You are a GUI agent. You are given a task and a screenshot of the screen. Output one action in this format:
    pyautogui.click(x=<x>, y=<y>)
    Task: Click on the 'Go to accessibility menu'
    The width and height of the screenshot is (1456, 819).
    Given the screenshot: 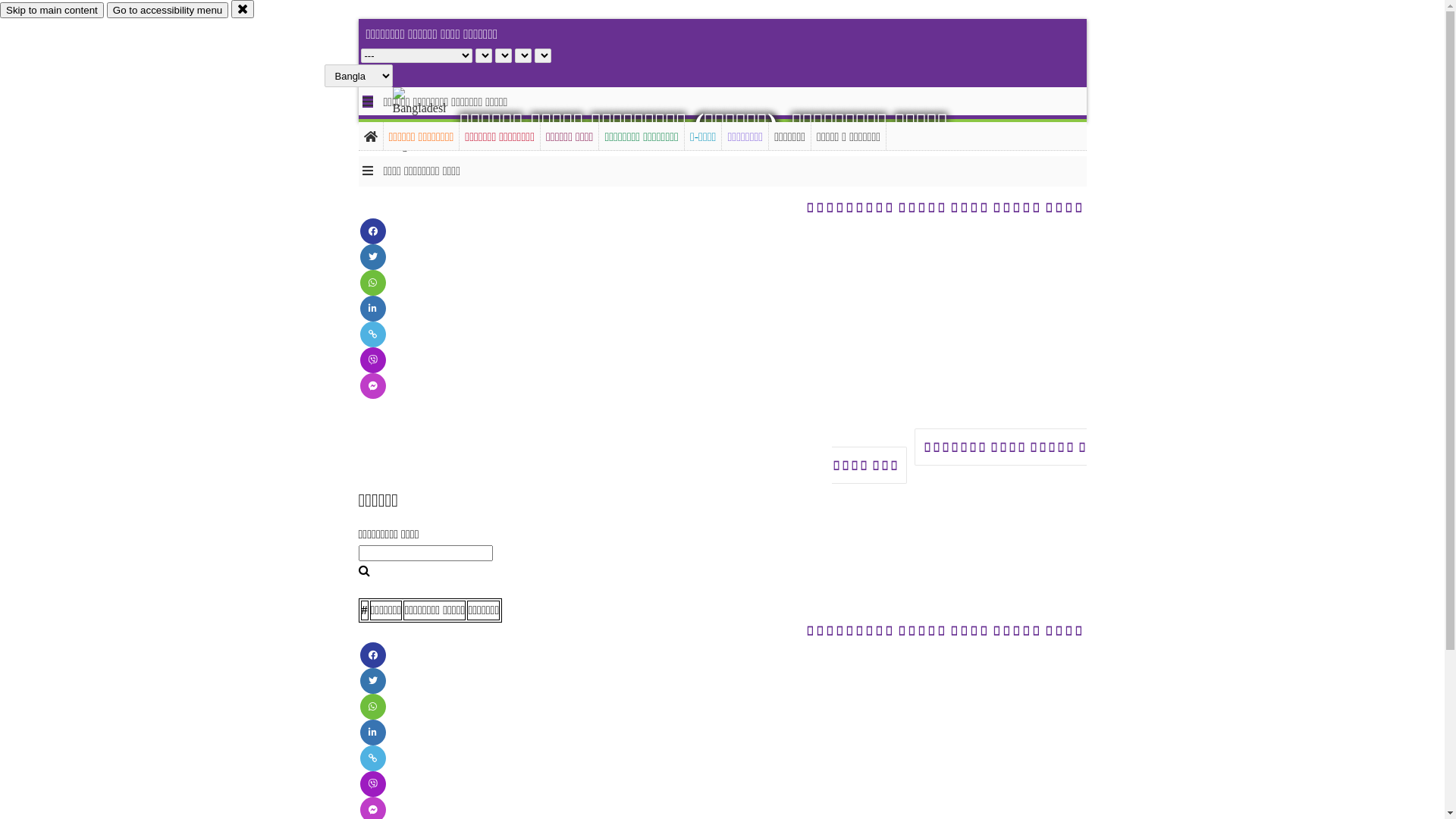 What is the action you would take?
    pyautogui.click(x=105, y=10)
    